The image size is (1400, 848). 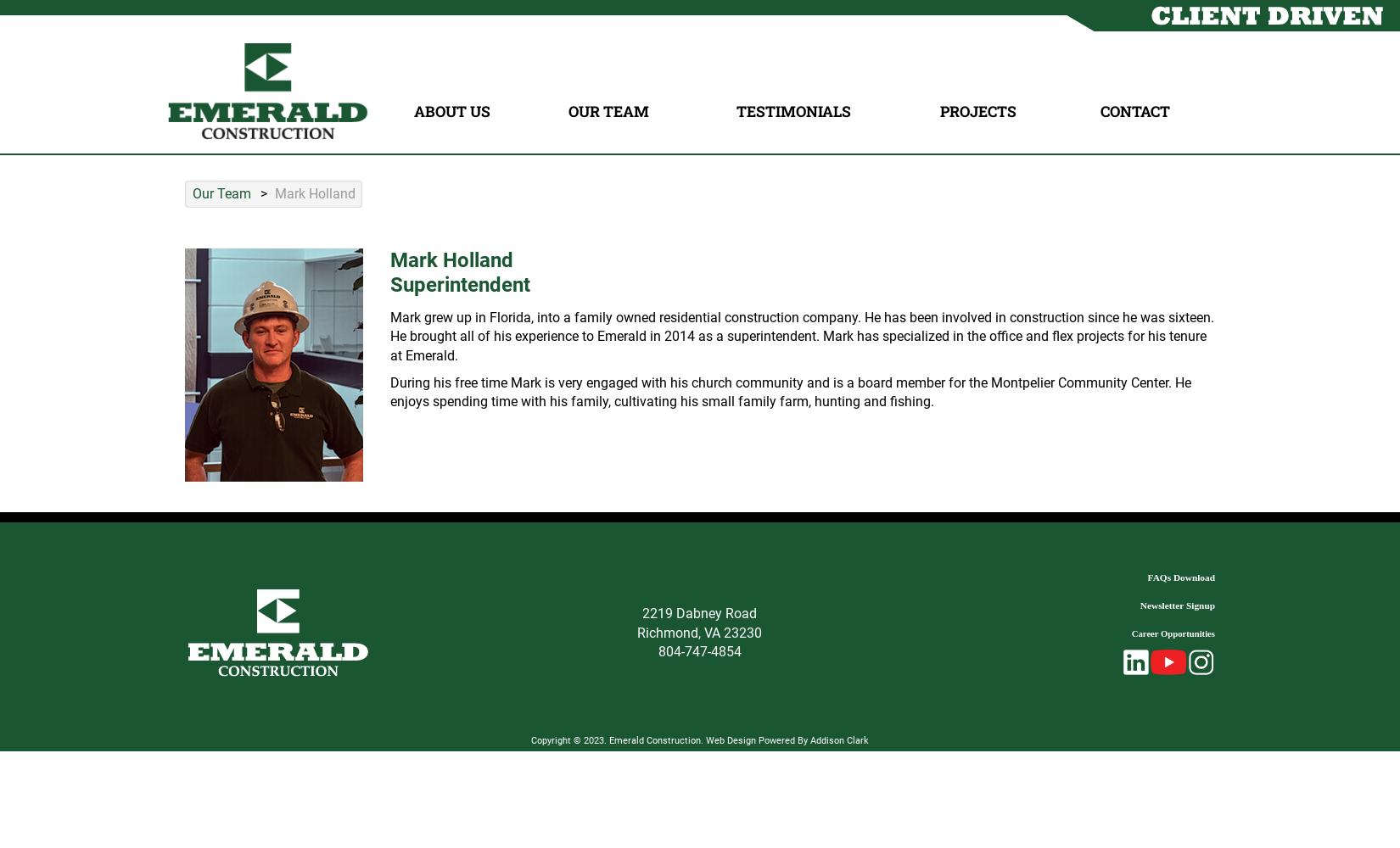 What do you see at coordinates (450, 111) in the screenshot?
I see `'About Us'` at bounding box center [450, 111].